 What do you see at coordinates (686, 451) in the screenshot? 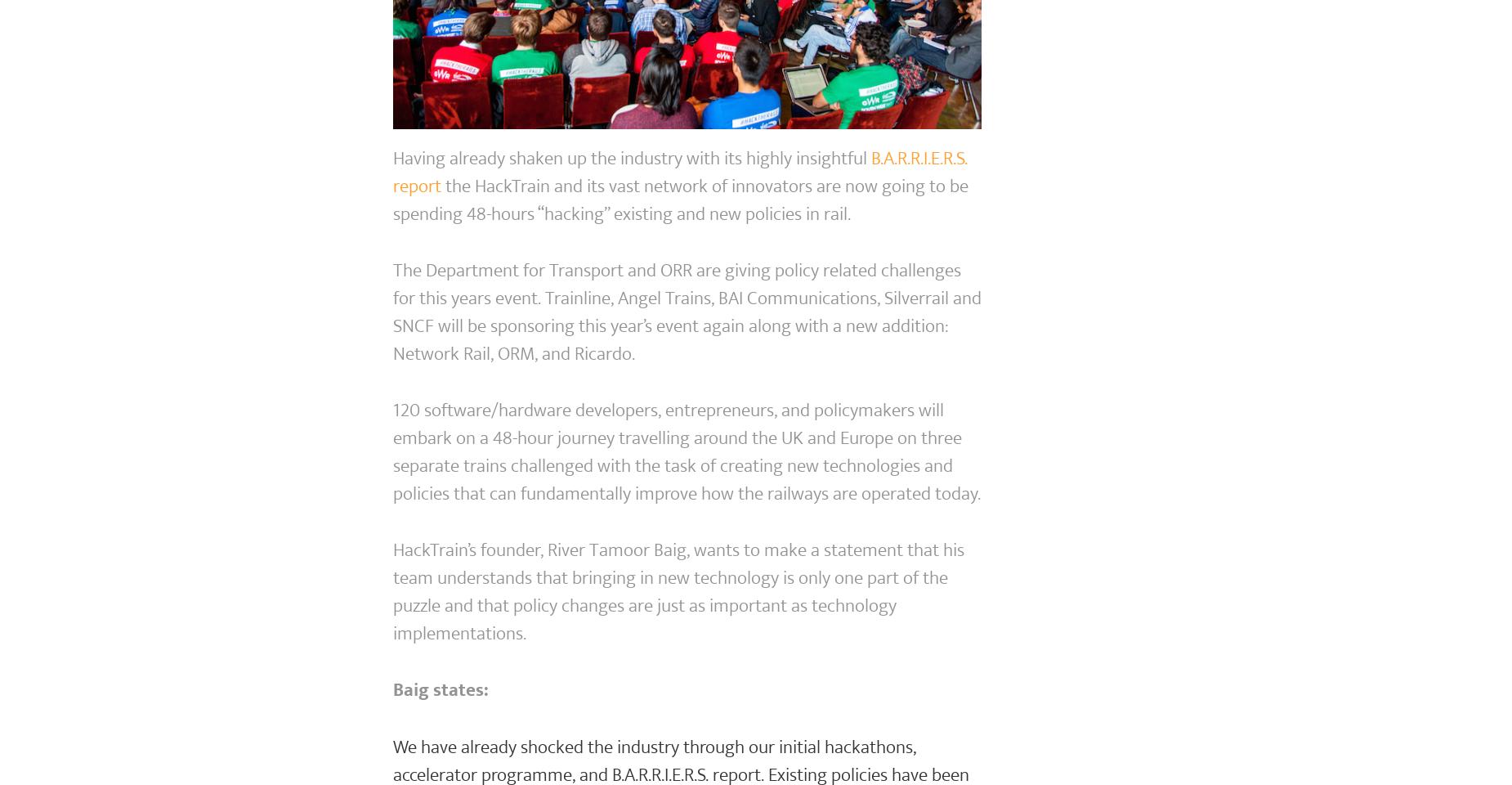
I see `'120 software/hardware developers, entrepreneurs, and policymakers will embark on a 48-hour journey travelling around the UK and Europe on three separate trains challenged with the task of creating new technologies and policies that can fundamentally improve how the railways are operated today.'` at bounding box center [686, 451].